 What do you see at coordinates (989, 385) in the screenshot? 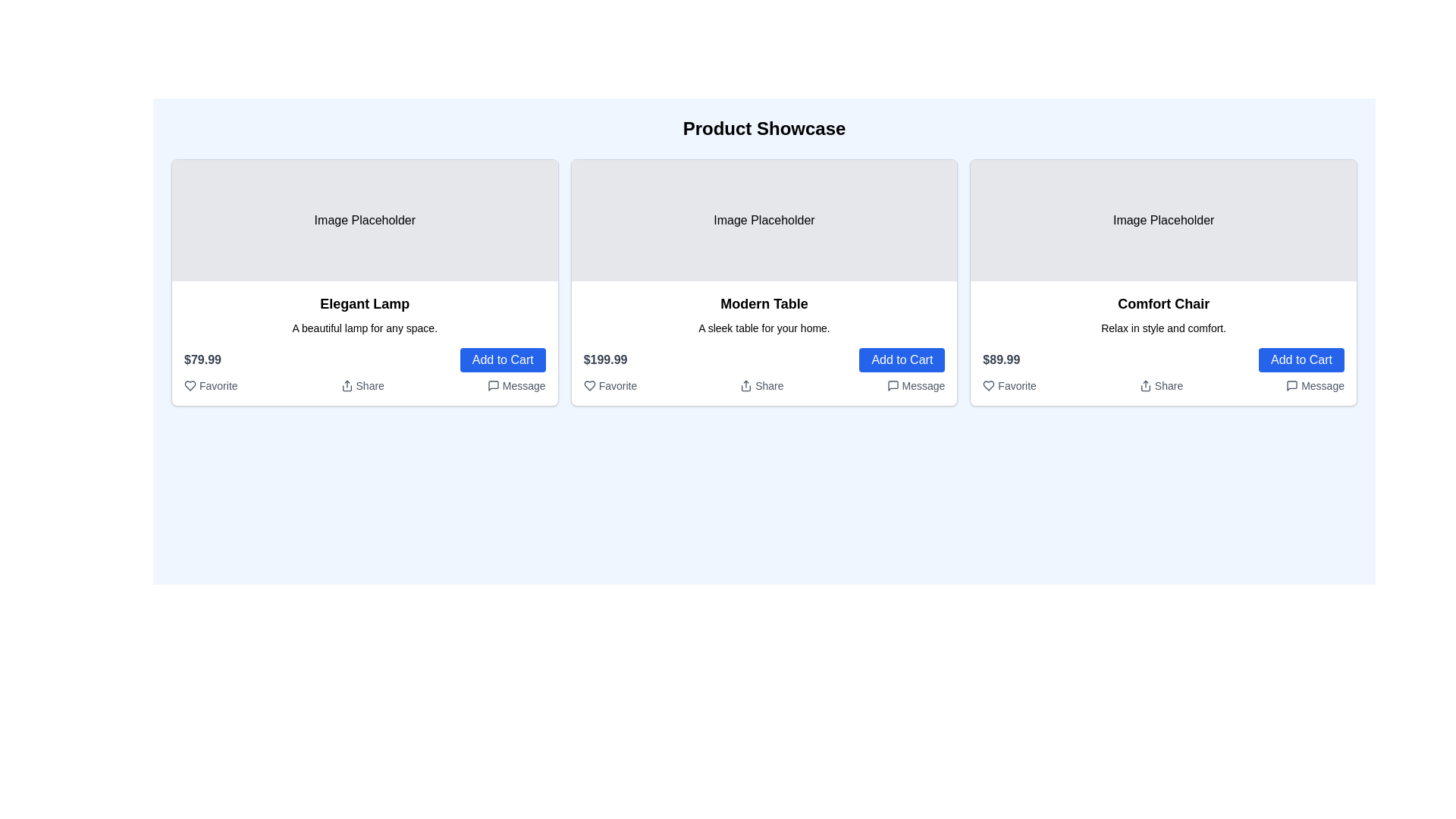
I see `the heart-shaped favorite icon located to the left of the 'Favorite' text in the bottom section of the 'Comfort Chair' product card to mark it as favorite` at bounding box center [989, 385].